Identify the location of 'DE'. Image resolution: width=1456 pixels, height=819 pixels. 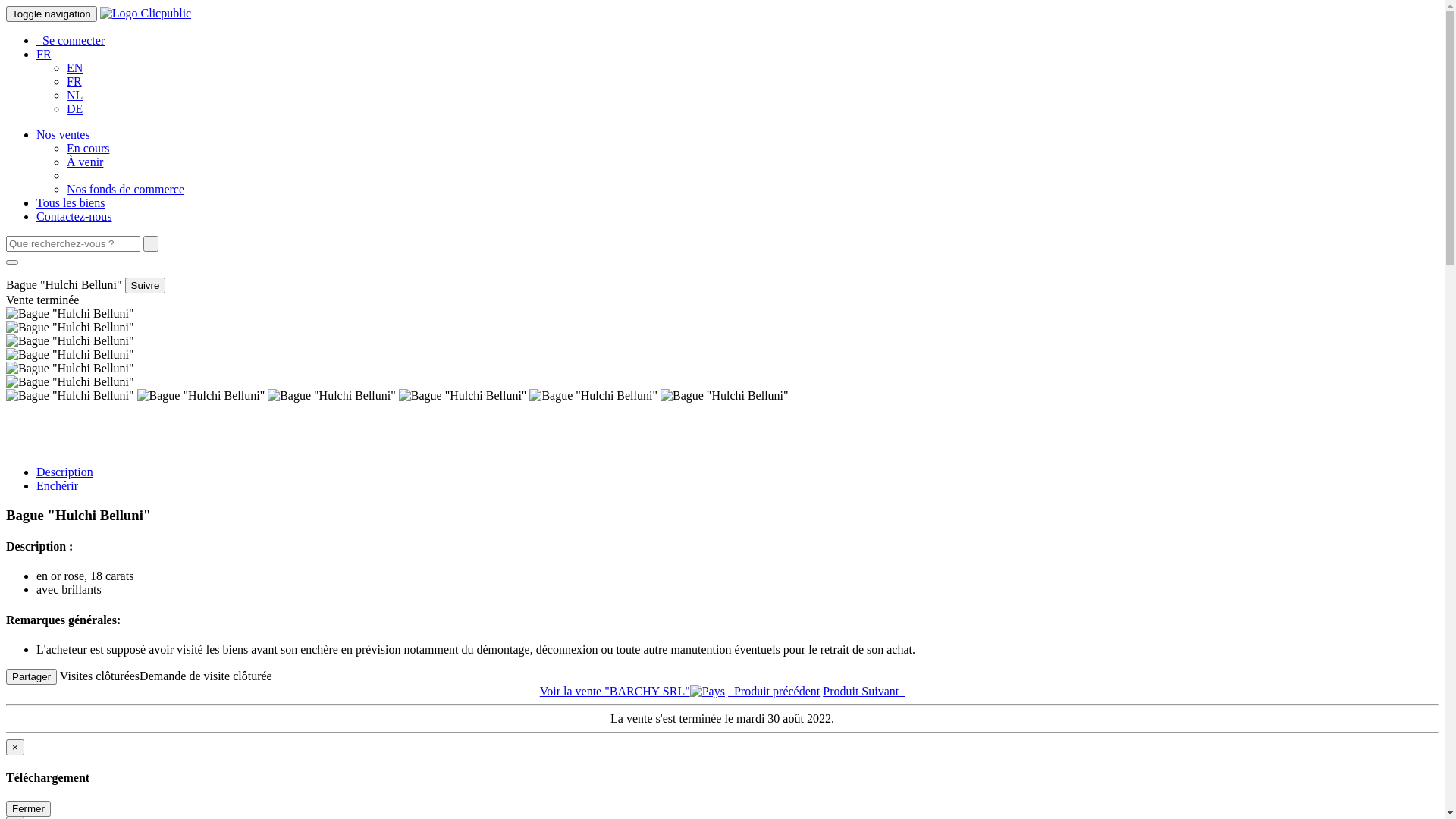
(74, 108).